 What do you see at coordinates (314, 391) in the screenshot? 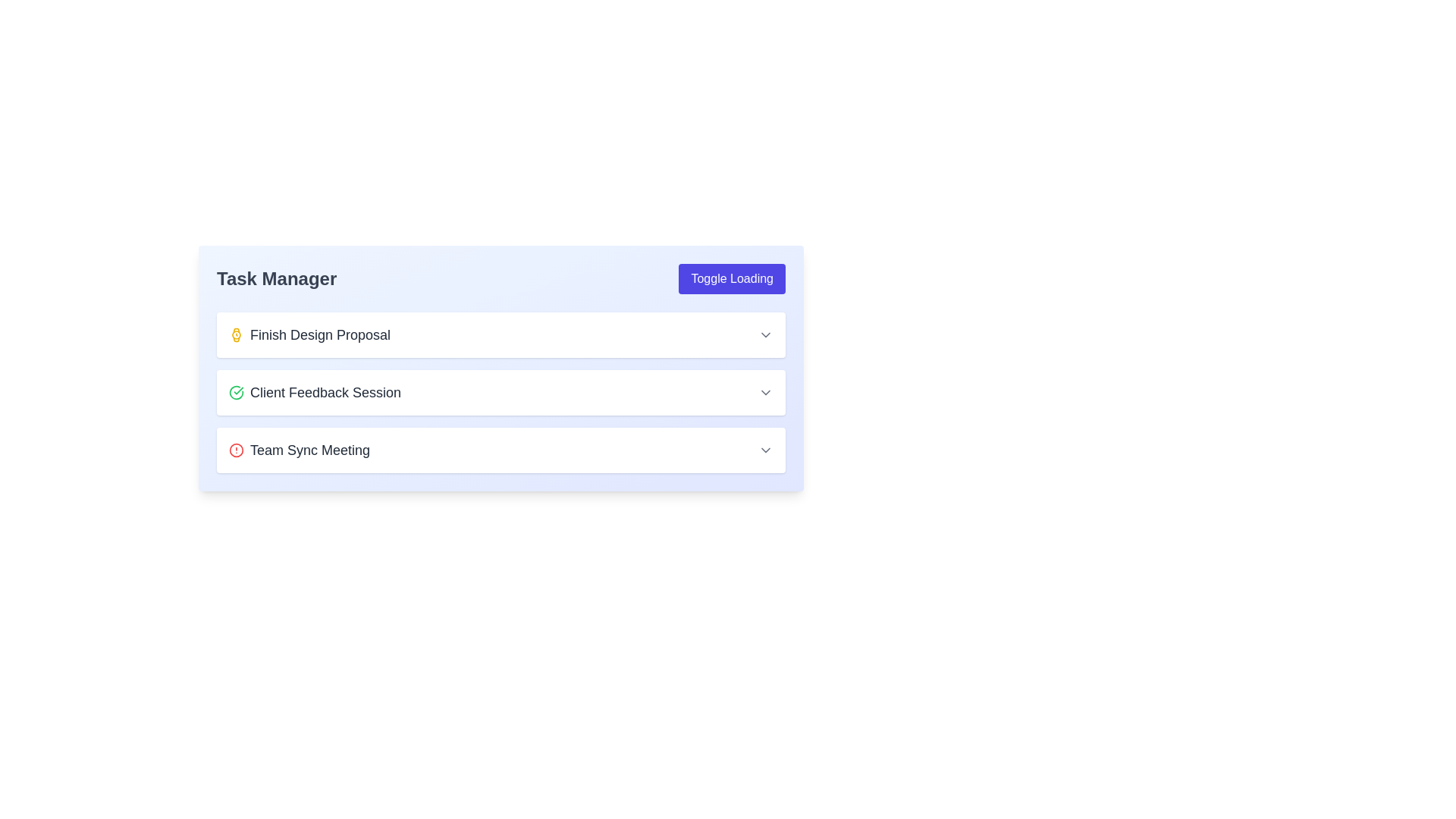
I see `the task labeled 'Client Feedback Session' in the Task Manager` at bounding box center [314, 391].